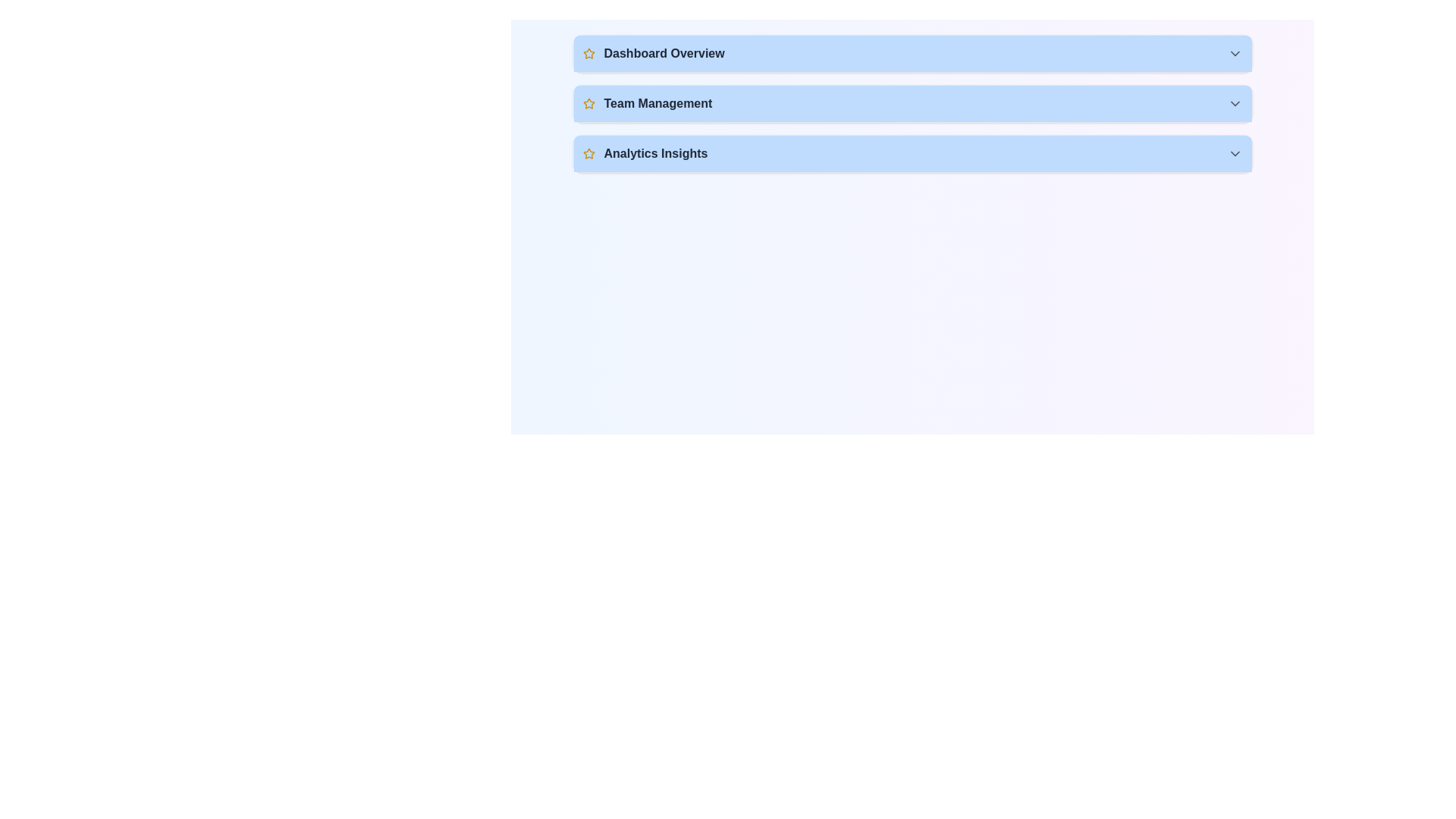  I want to click on the downward-pointing gray chevron icon located at the far right of the 'Dashboard Overview' button, so click(1235, 52).